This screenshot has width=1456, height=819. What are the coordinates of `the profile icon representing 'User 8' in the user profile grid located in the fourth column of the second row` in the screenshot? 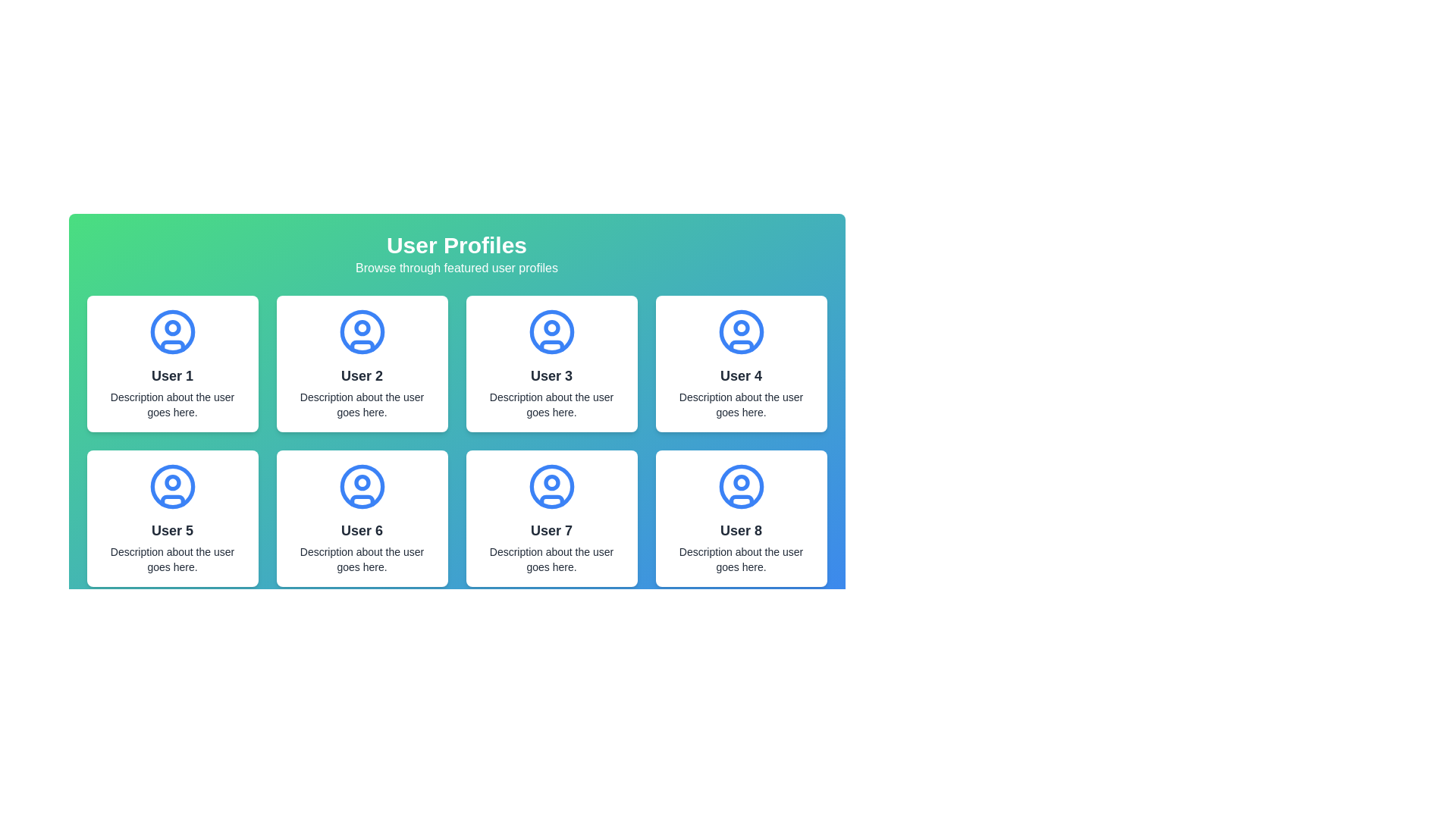 It's located at (741, 486).